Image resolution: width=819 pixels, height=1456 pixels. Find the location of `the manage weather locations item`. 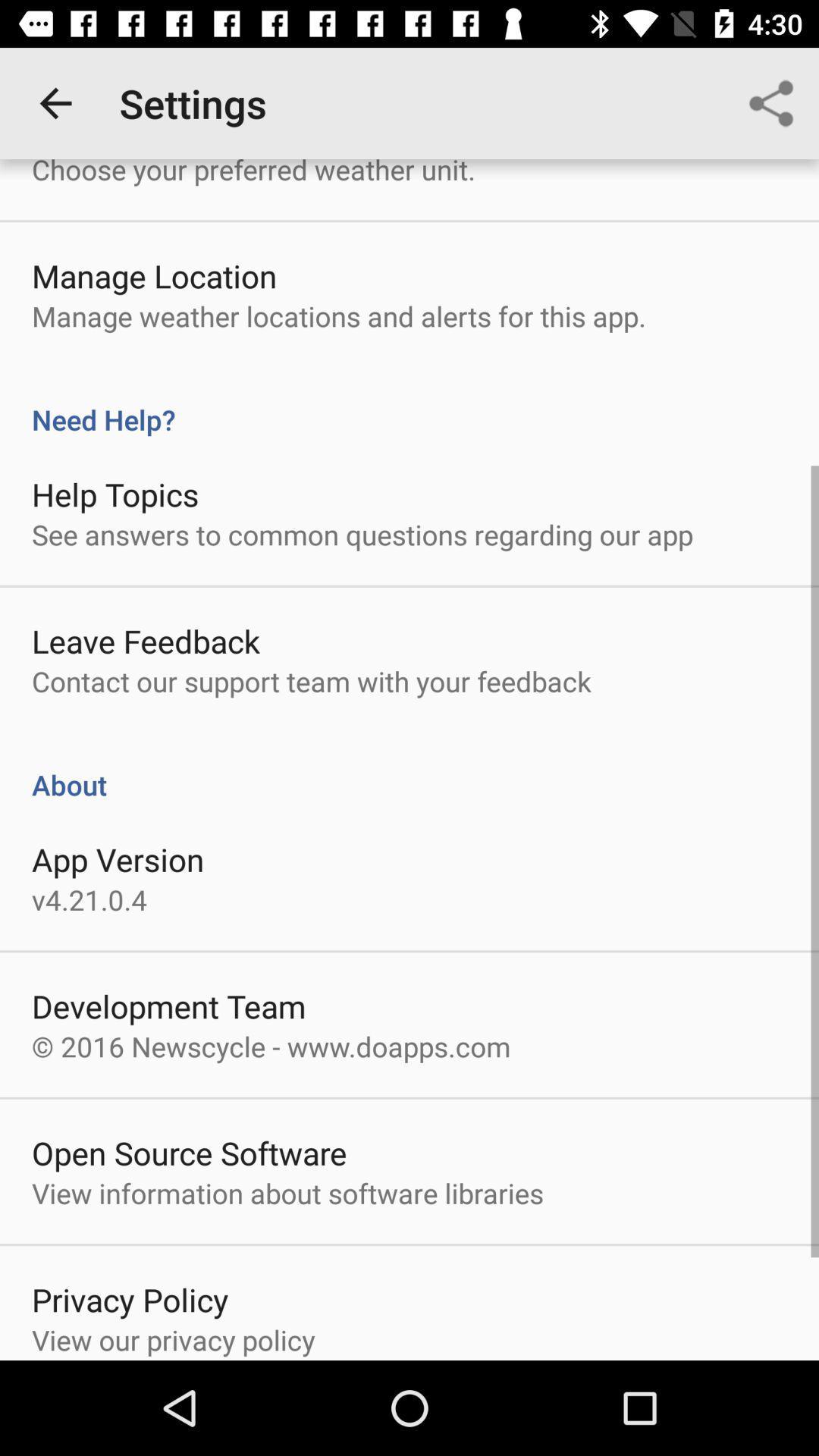

the manage weather locations item is located at coordinates (338, 315).